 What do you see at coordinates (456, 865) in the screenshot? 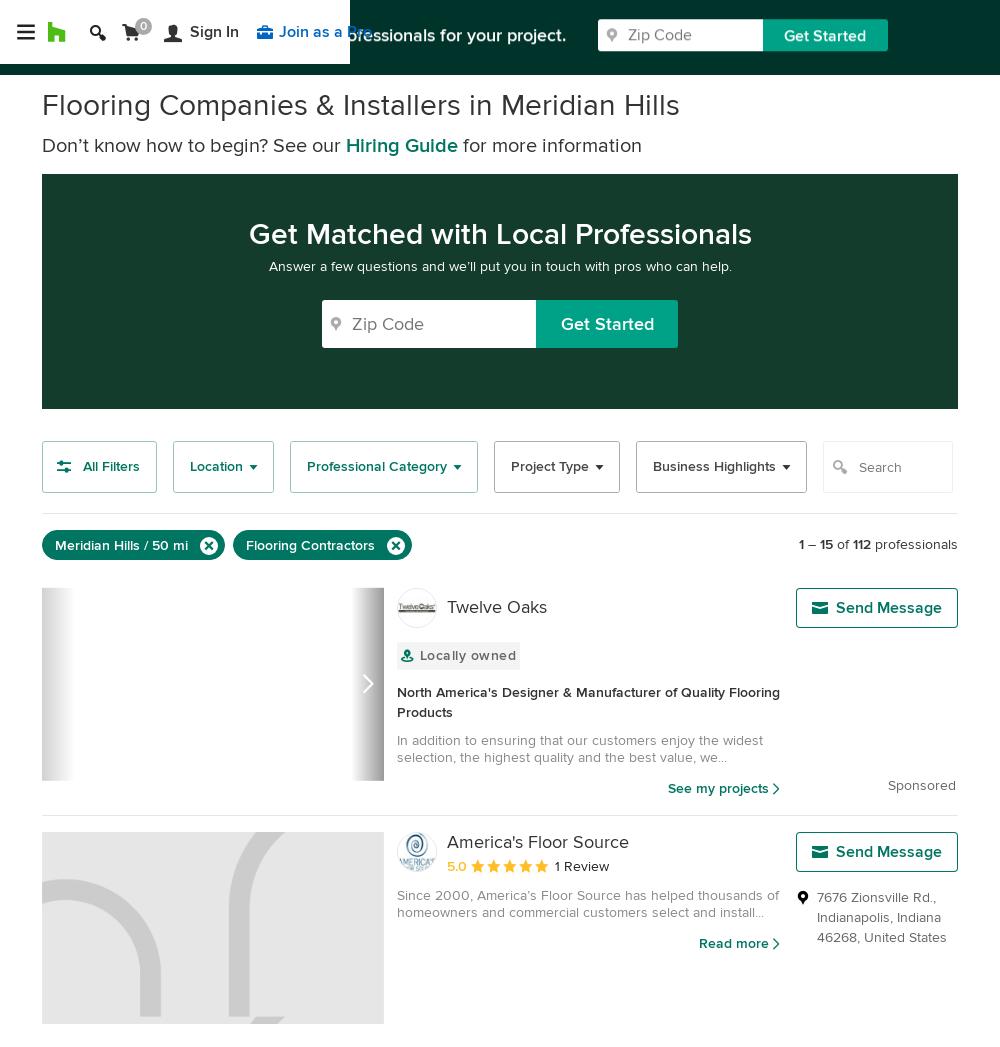
I see `'5.0'` at bounding box center [456, 865].